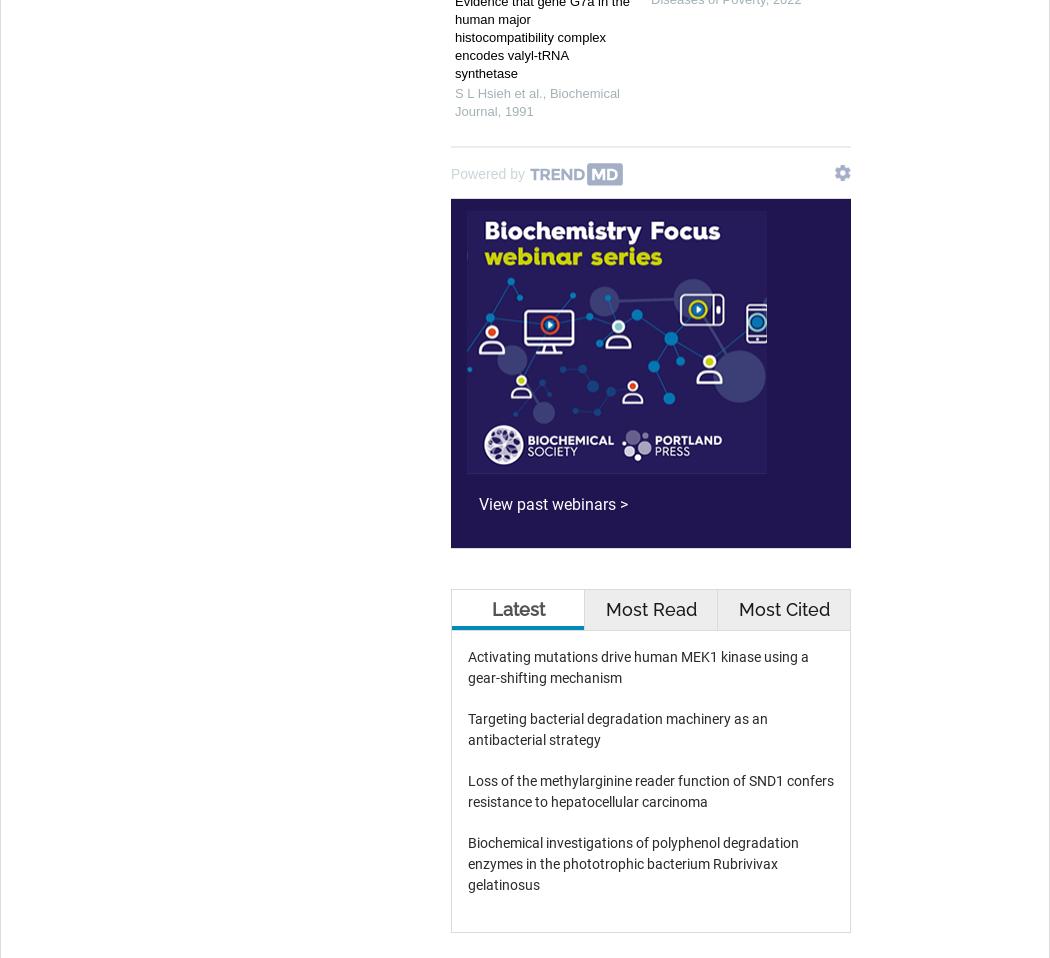 The image size is (1050, 958). Describe the element at coordinates (517, 111) in the screenshot. I see `'1991'` at that location.